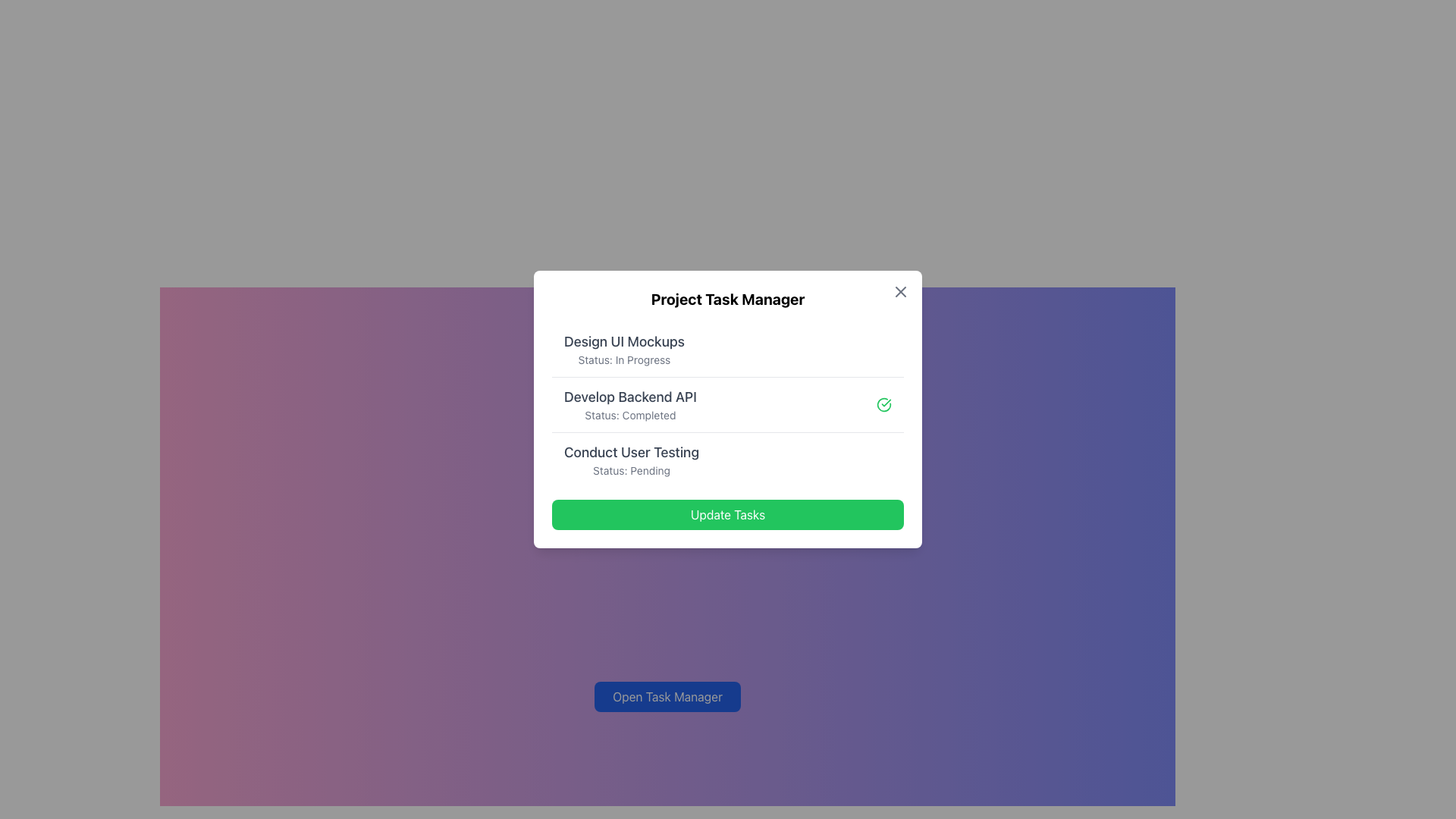 The image size is (1456, 819). Describe the element at coordinates (884, 403) in the screenshot. I see `the circular green check icon indicating a completed task, located to the far right of the 'Develop Backend API' task's entry` at that location.